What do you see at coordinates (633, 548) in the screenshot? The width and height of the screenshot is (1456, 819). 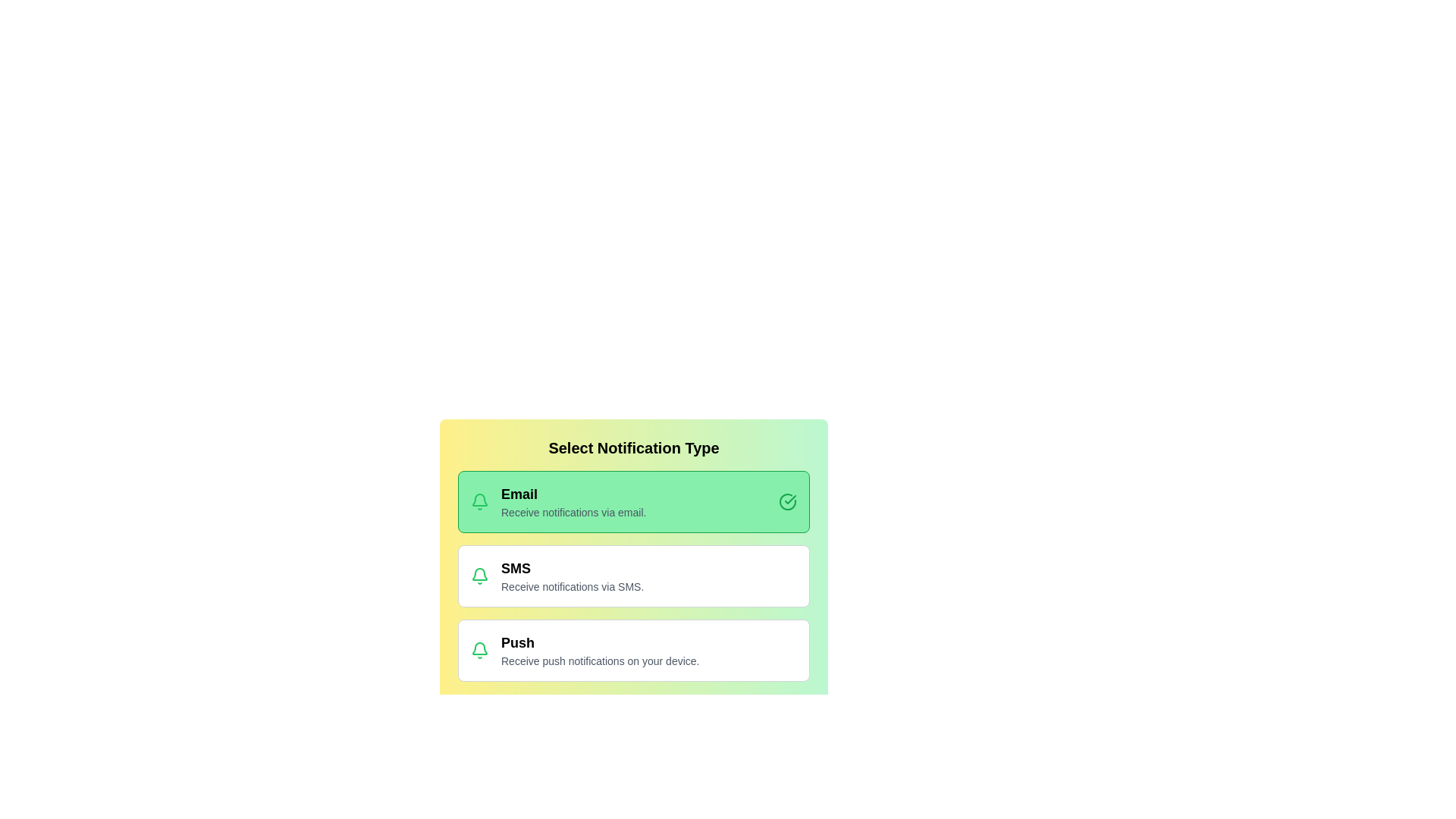 I see `the 'SMS' notification type card, which is the second card in the notification selection list, framed in light border and labeled 'SMS' with the description 'Receive notifications via SMS.'` at bounding box center [633, 548].